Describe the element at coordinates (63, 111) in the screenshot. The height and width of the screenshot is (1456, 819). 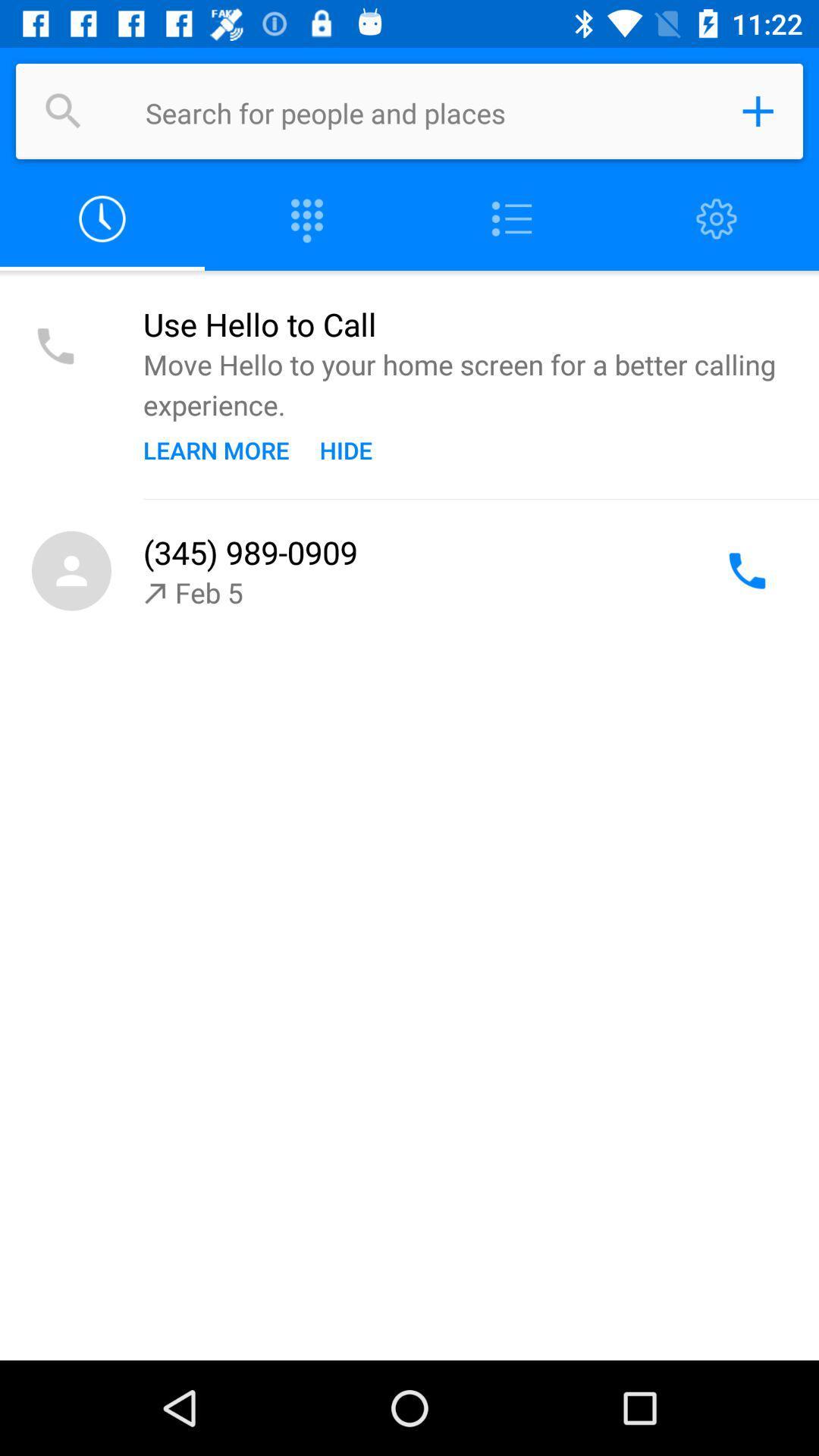
I see `search for people and places` at that location.